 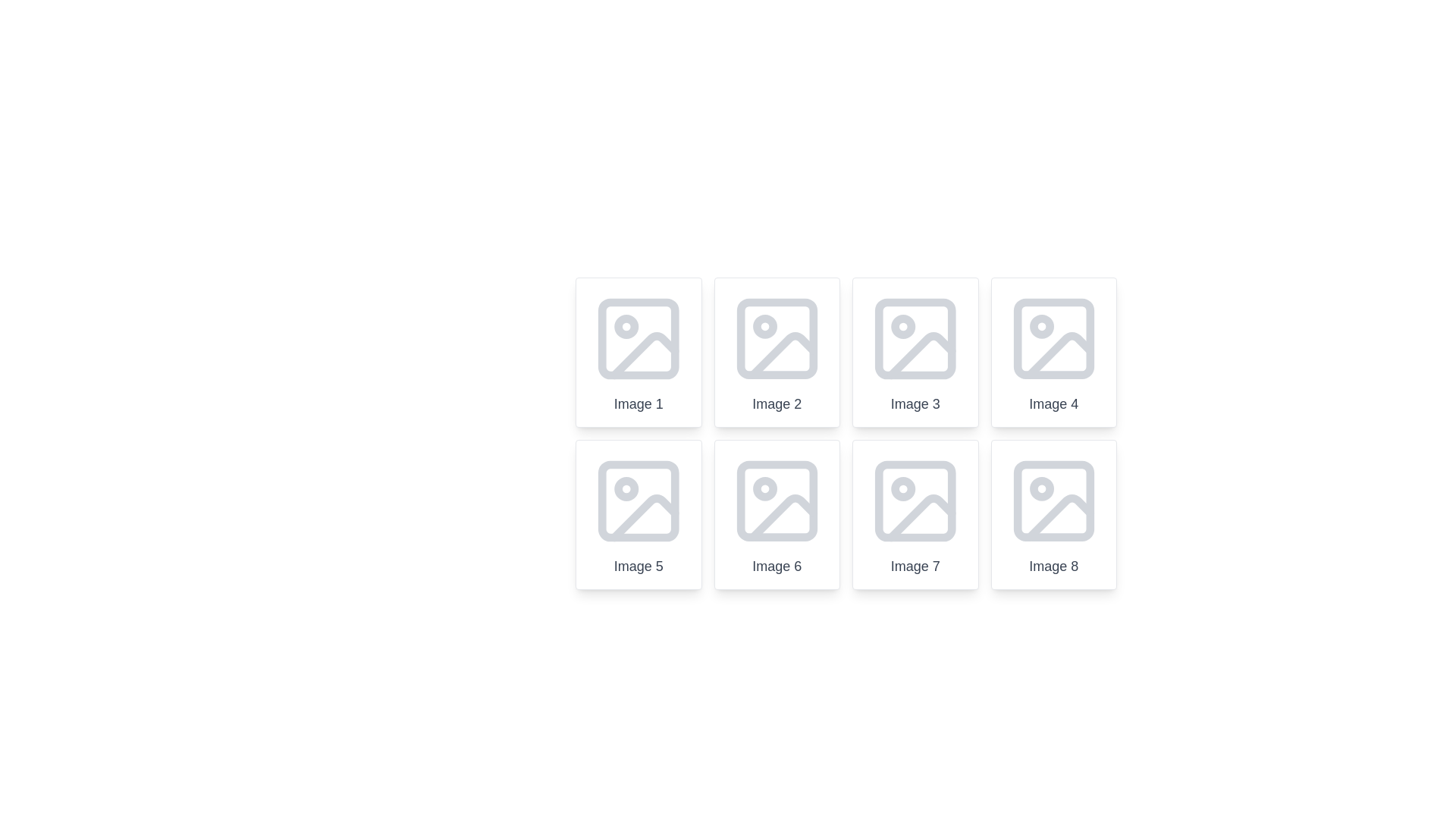 What do you see at coordinates (1053, 566) in the screenshot?
I see `the text label displaying 'Image 8' which is styled in gray font and located at the bottom center of the card structure in the second row, last column of the grid` at bounding box center [1053, 566].